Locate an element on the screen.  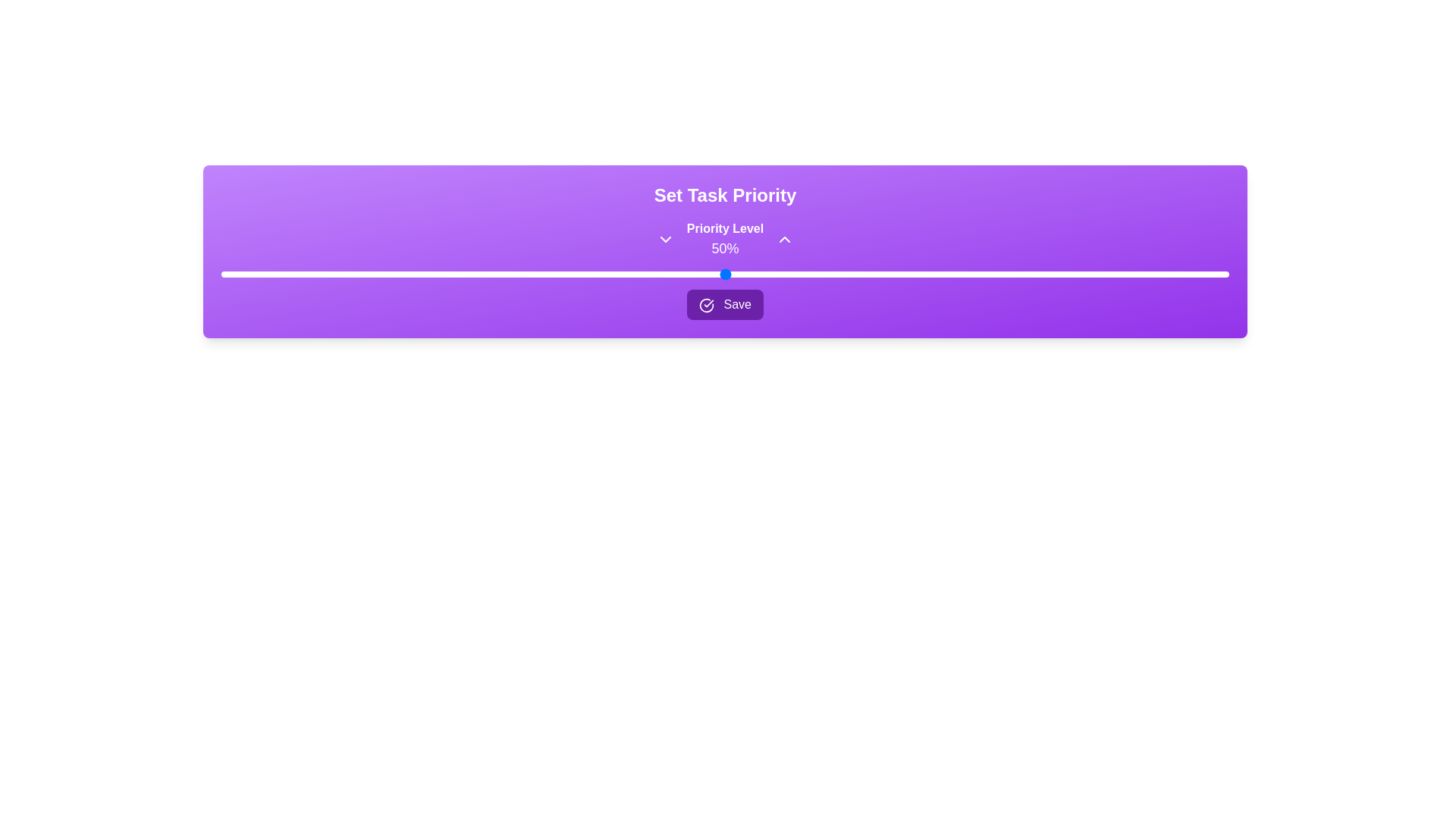
the priority level is located at coordinates (573, 275).